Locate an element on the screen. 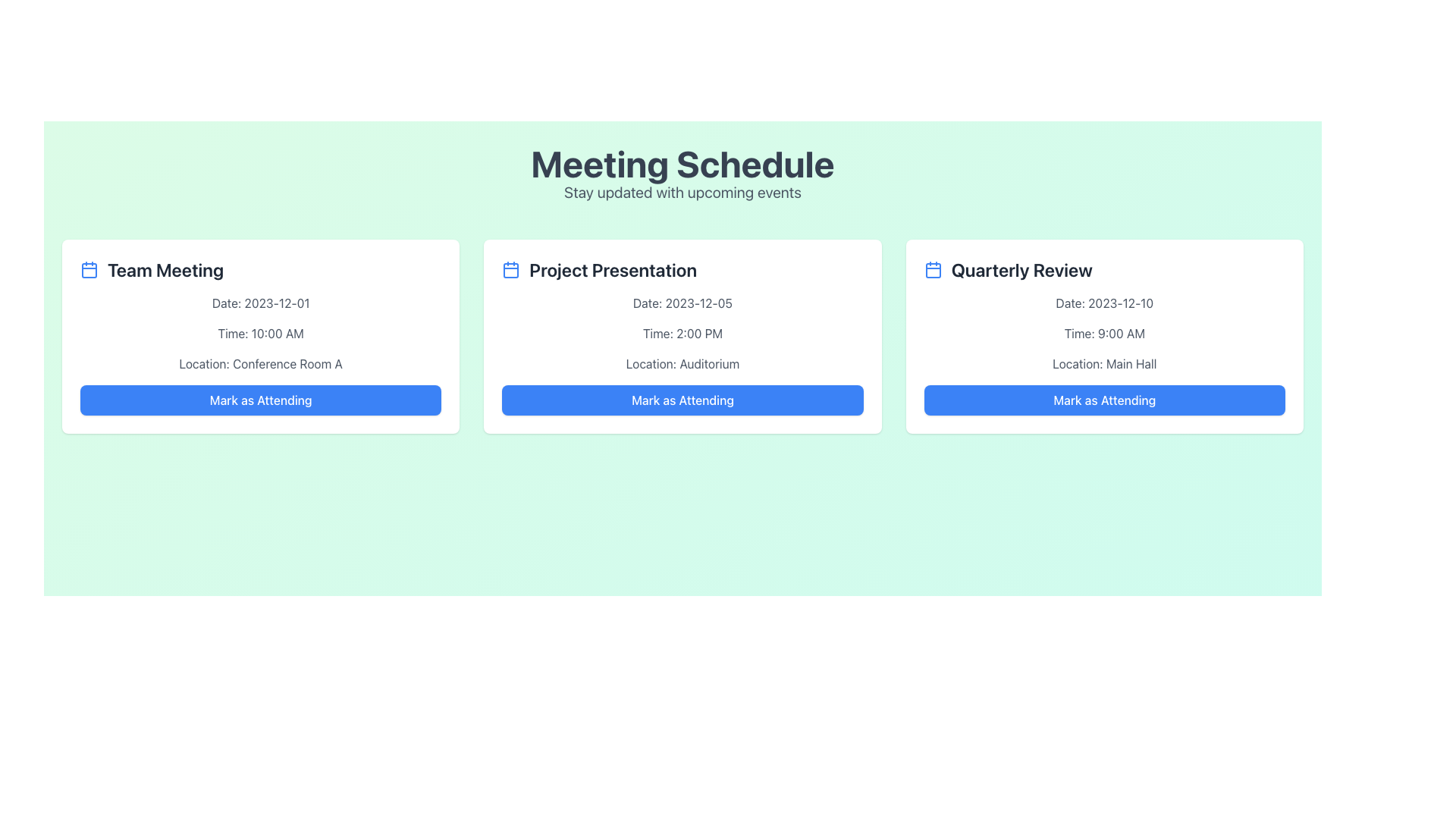 Image resolution: width=1456 pixels, height=819 pixels. the static blue calendar icon located at the top-left of the 'Quarterly Review' event card is located at coordinates (932, 268).